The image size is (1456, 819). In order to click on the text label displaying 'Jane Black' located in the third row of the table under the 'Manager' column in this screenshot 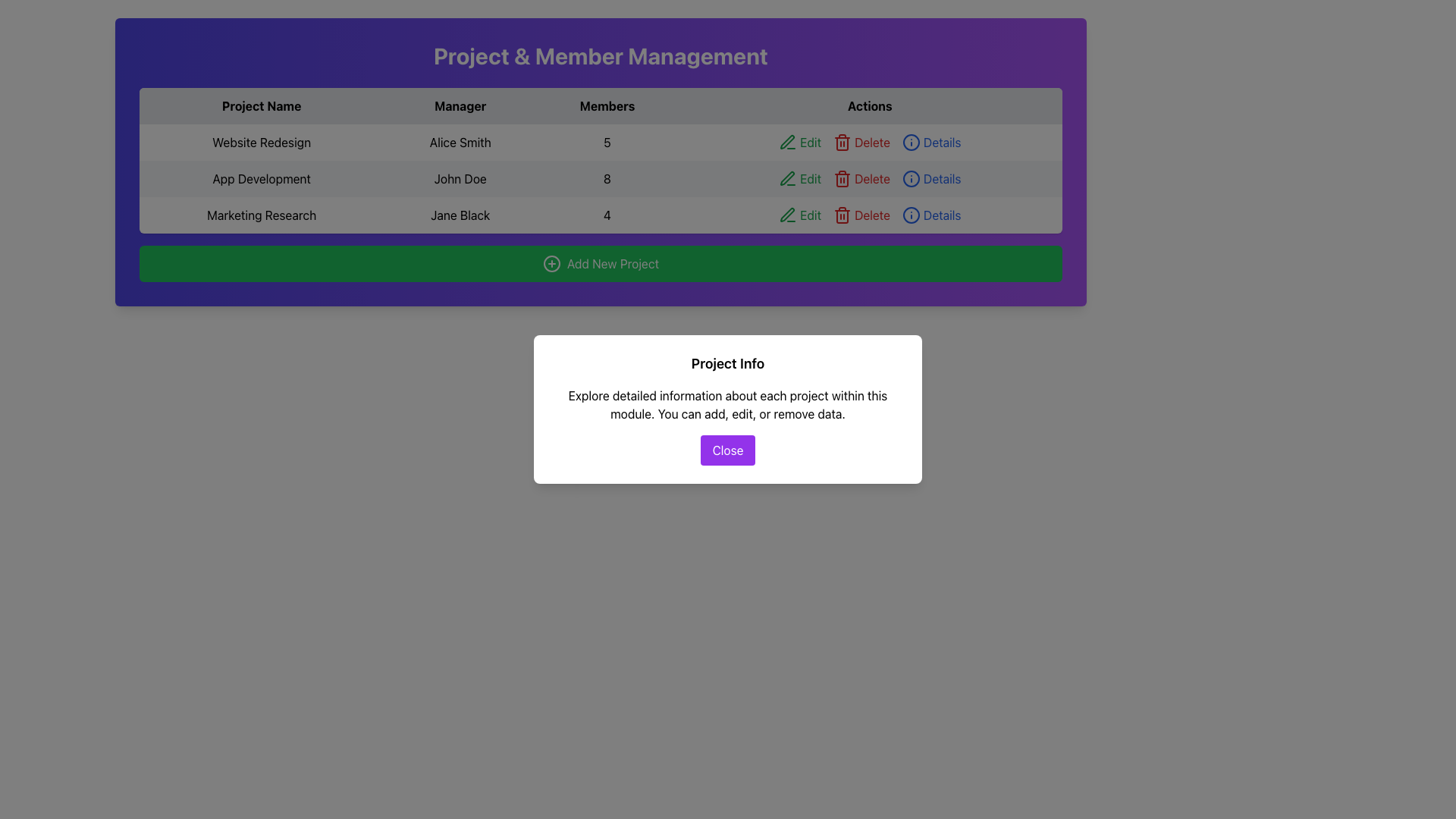, I will do `click(460, 215)`.